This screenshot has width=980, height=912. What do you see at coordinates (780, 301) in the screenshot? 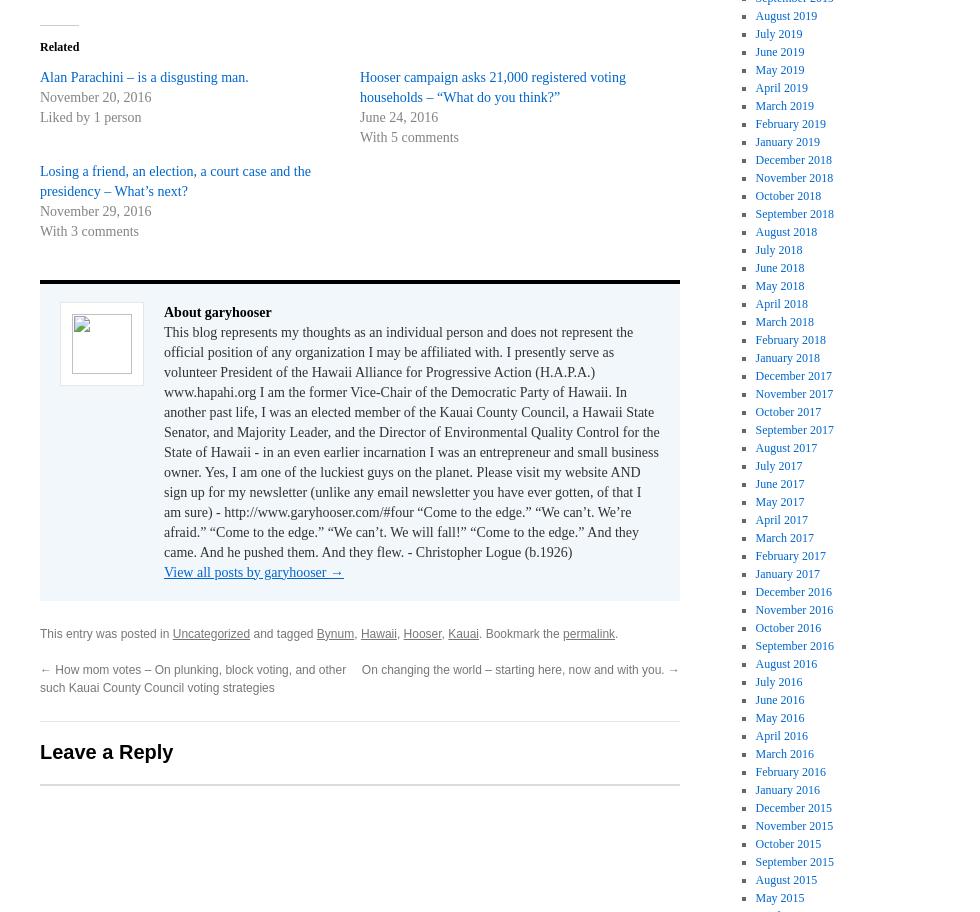
I see `'April 2018'` at bounding box center [780, 301].